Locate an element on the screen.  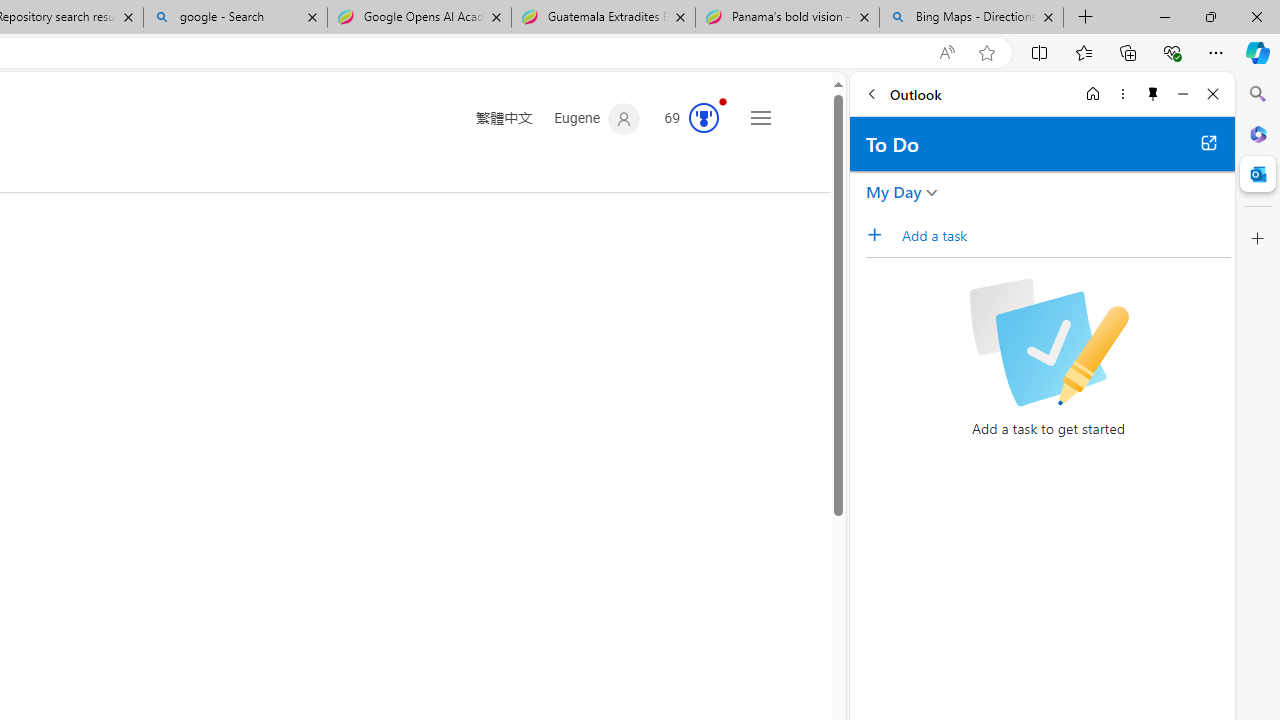
'AutomationID: rh_meter' is located at coordinates (704, 118).